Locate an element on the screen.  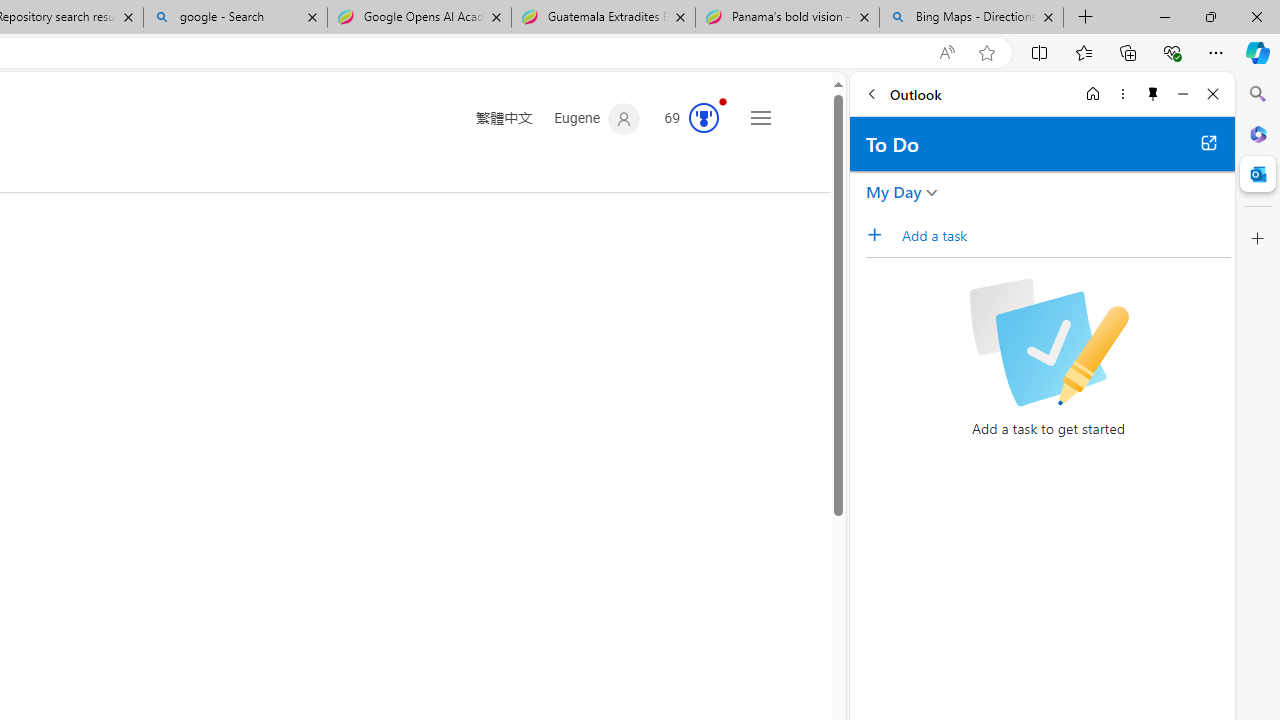
'AutomationID: rh_meter' is located at coordinates (704, 118).